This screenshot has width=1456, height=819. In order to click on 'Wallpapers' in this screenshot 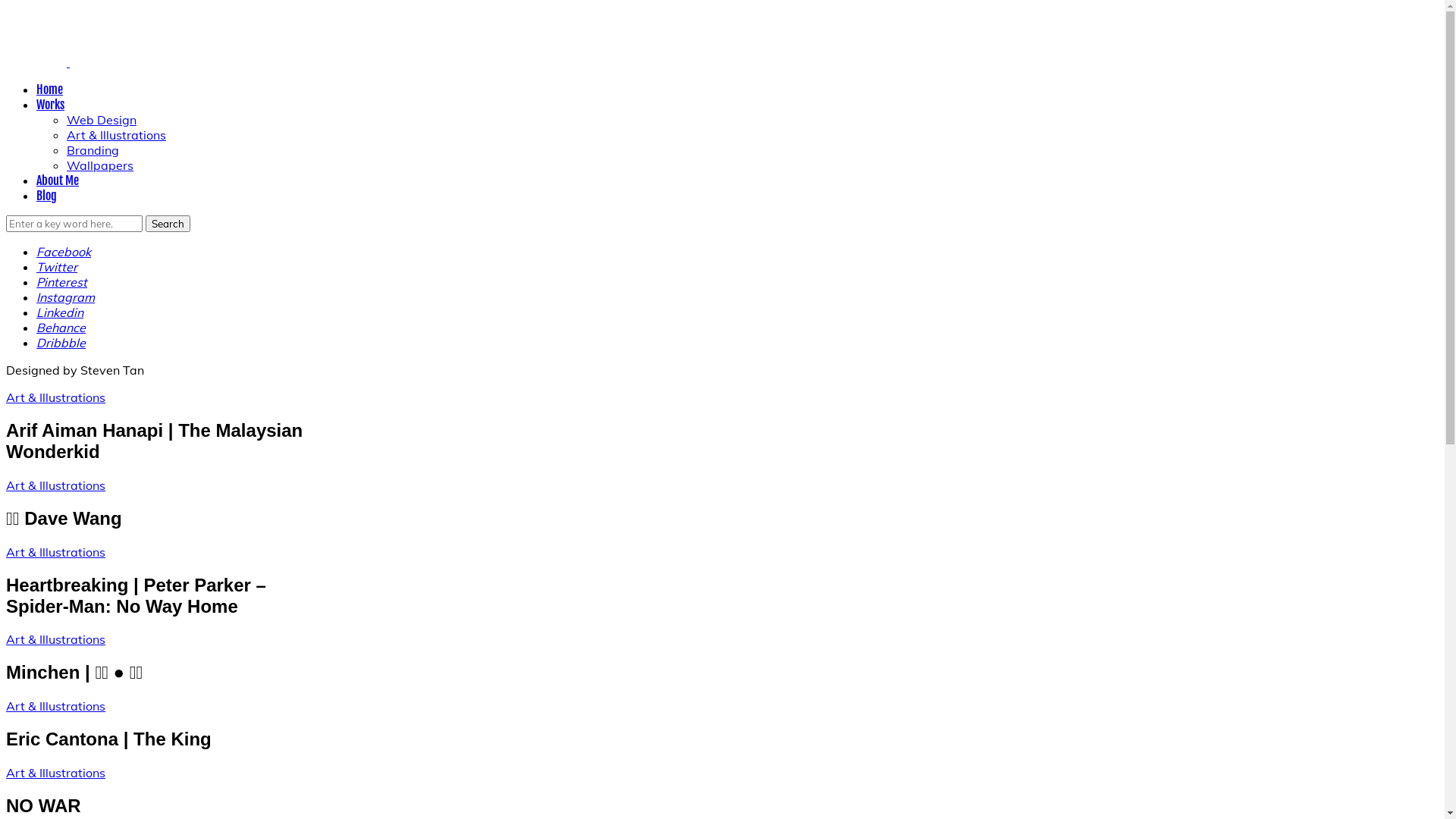, I will do `click(99, 165)`.